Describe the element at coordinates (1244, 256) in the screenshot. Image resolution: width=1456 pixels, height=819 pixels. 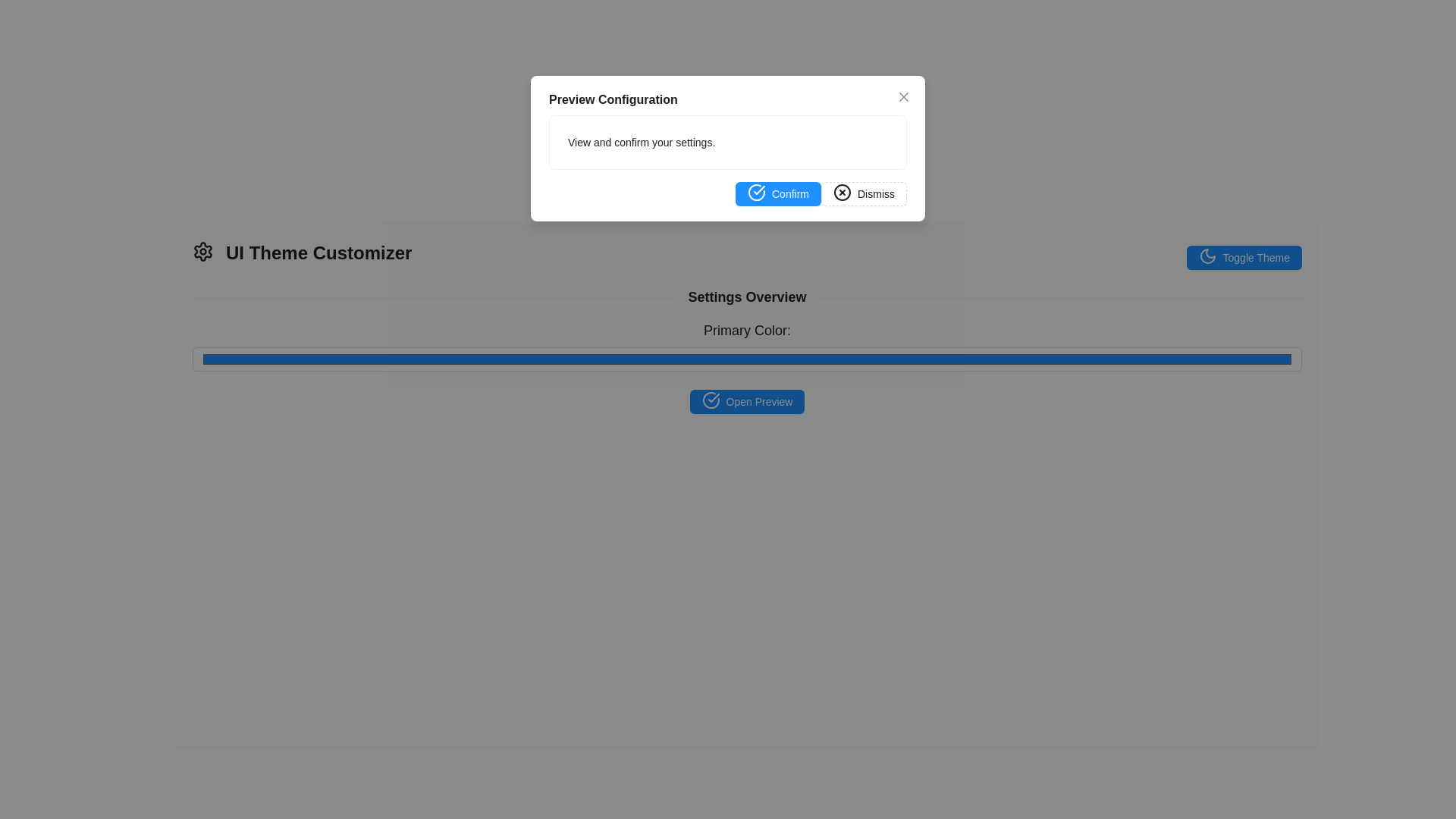
I see `the rectangular button with a blue background labeled 'Toggle Theme'` at that location.